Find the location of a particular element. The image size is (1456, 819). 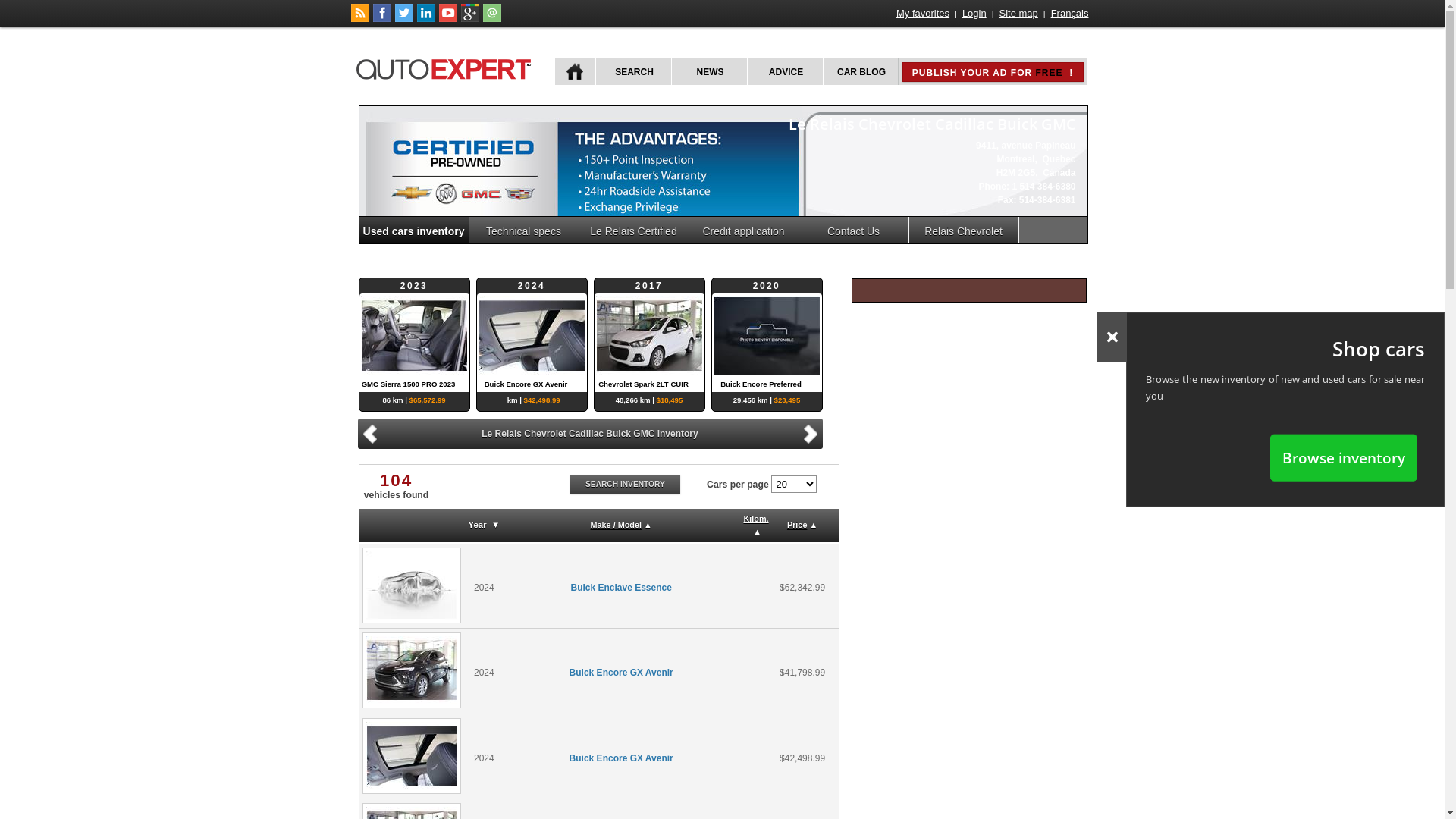

'Browse inventory' is located at coordinates (1343, 457).